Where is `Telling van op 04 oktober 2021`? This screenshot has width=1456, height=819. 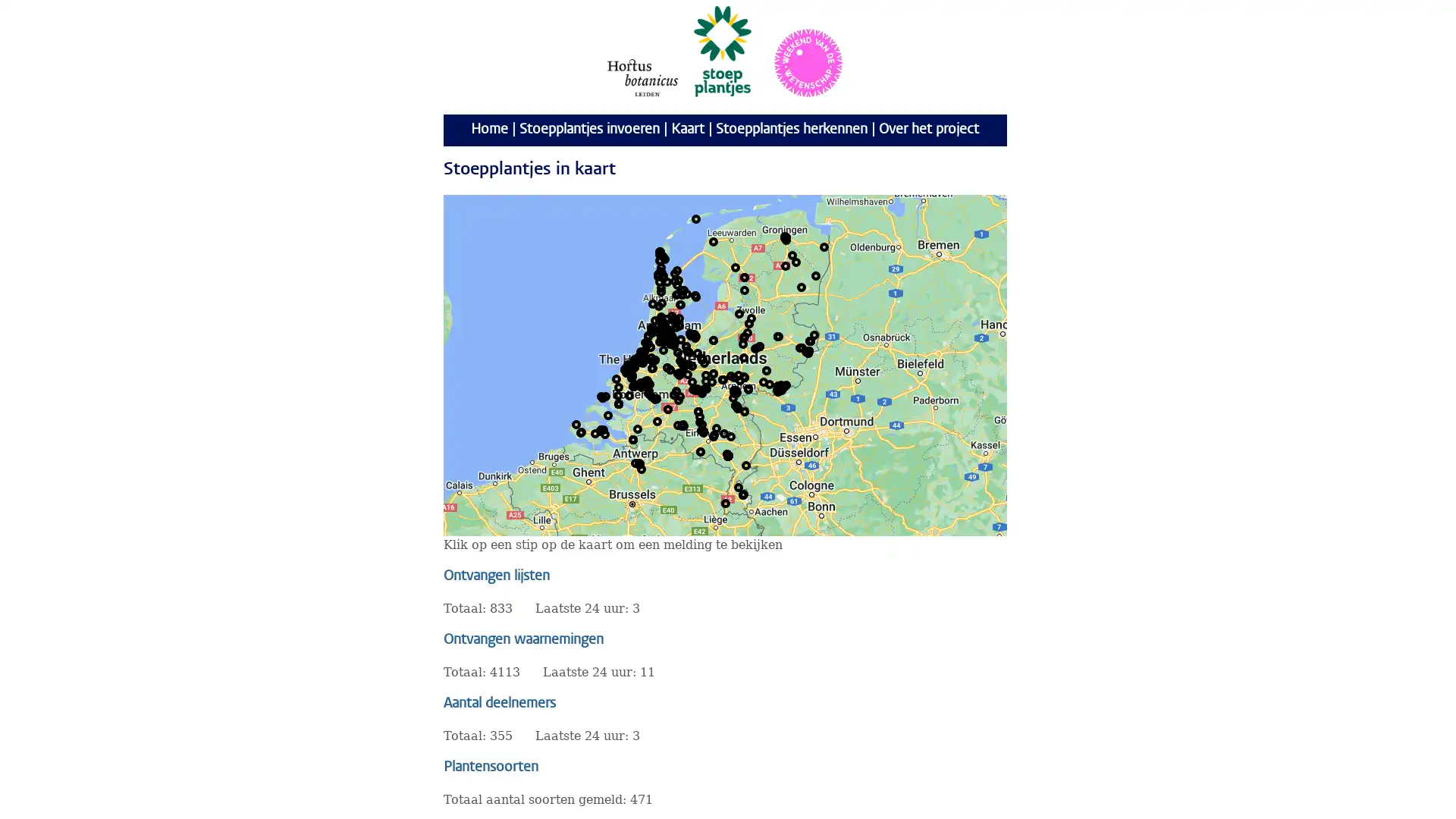 Telling van op 04 oktober 2021 is located at coordinates (808, 339).